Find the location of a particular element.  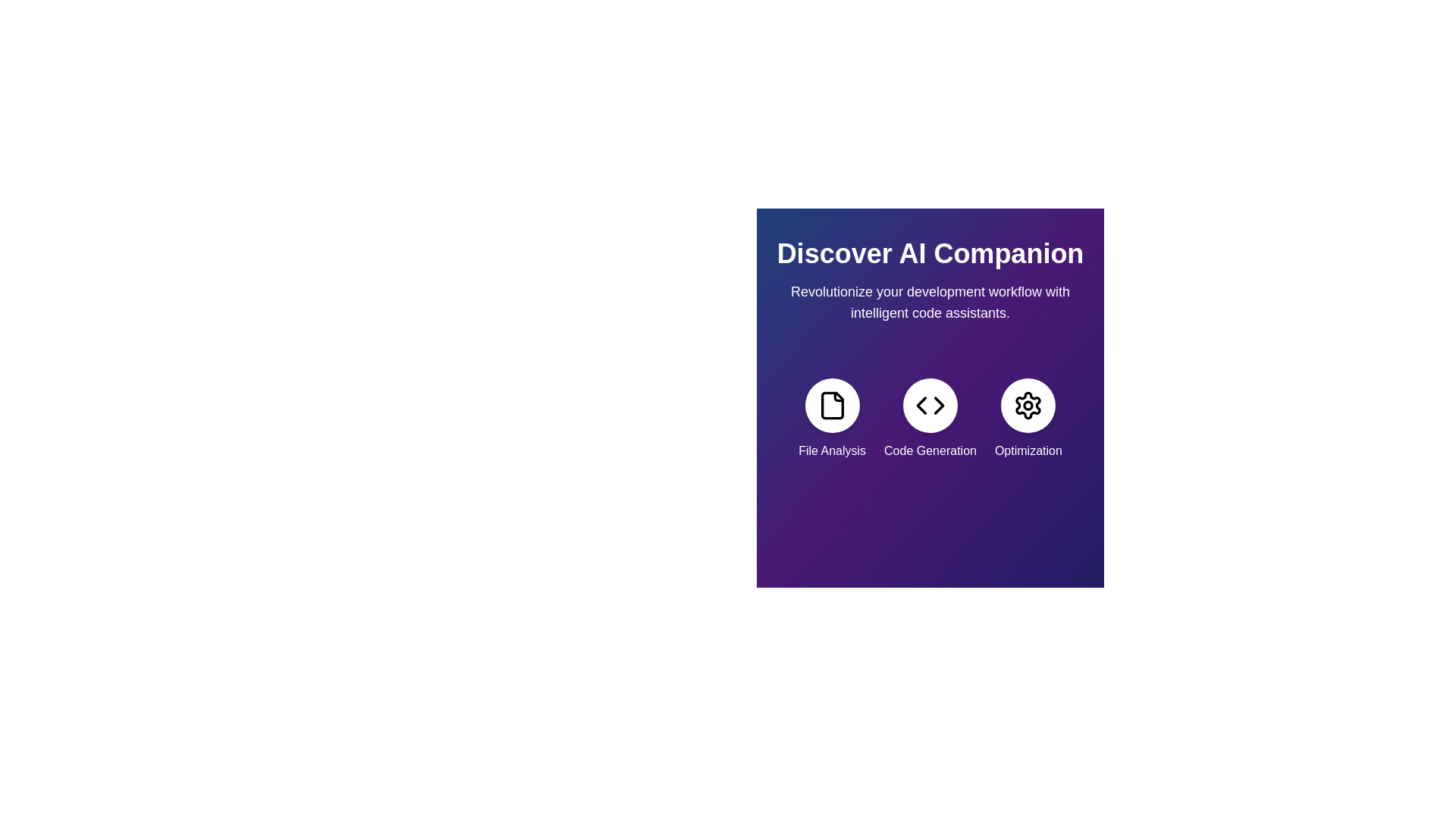

the 'File Analysis' icon with text label is located at coordinates (831, 419).